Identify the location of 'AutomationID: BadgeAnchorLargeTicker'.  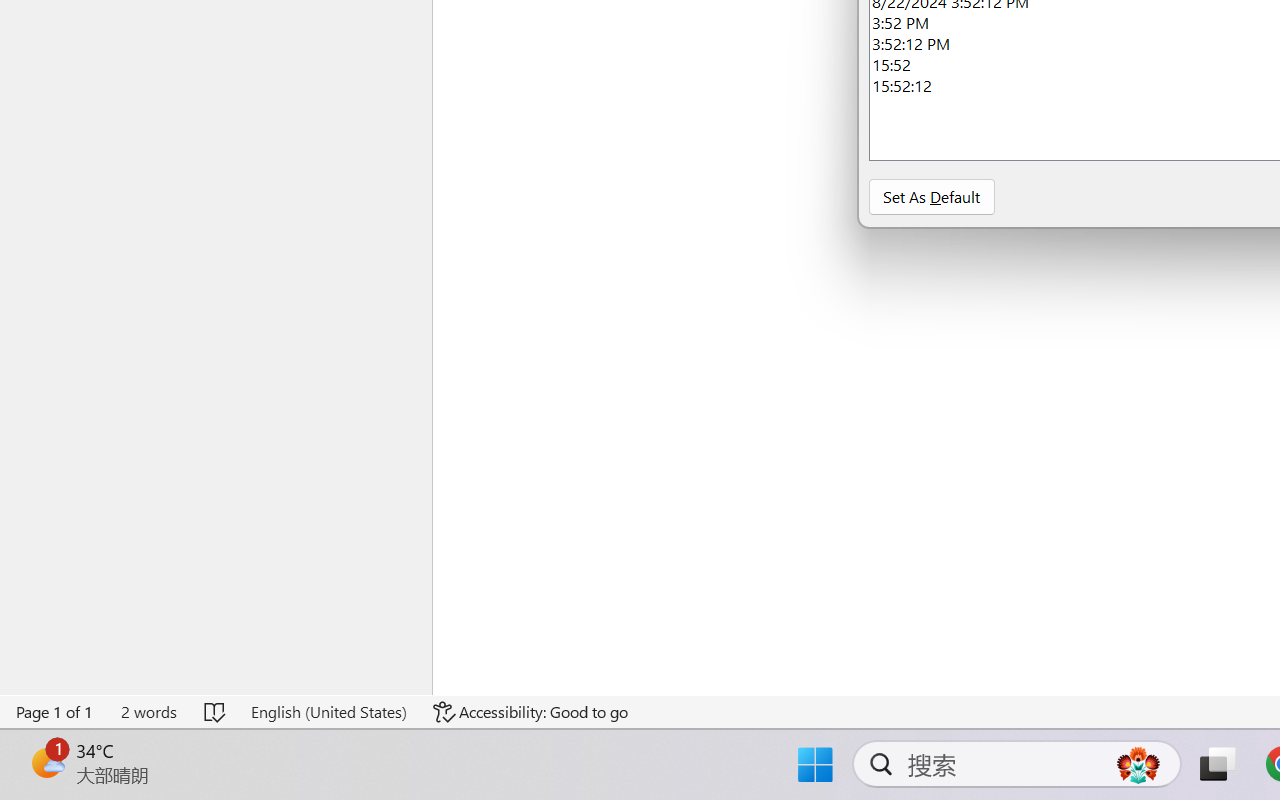
(46, 762).